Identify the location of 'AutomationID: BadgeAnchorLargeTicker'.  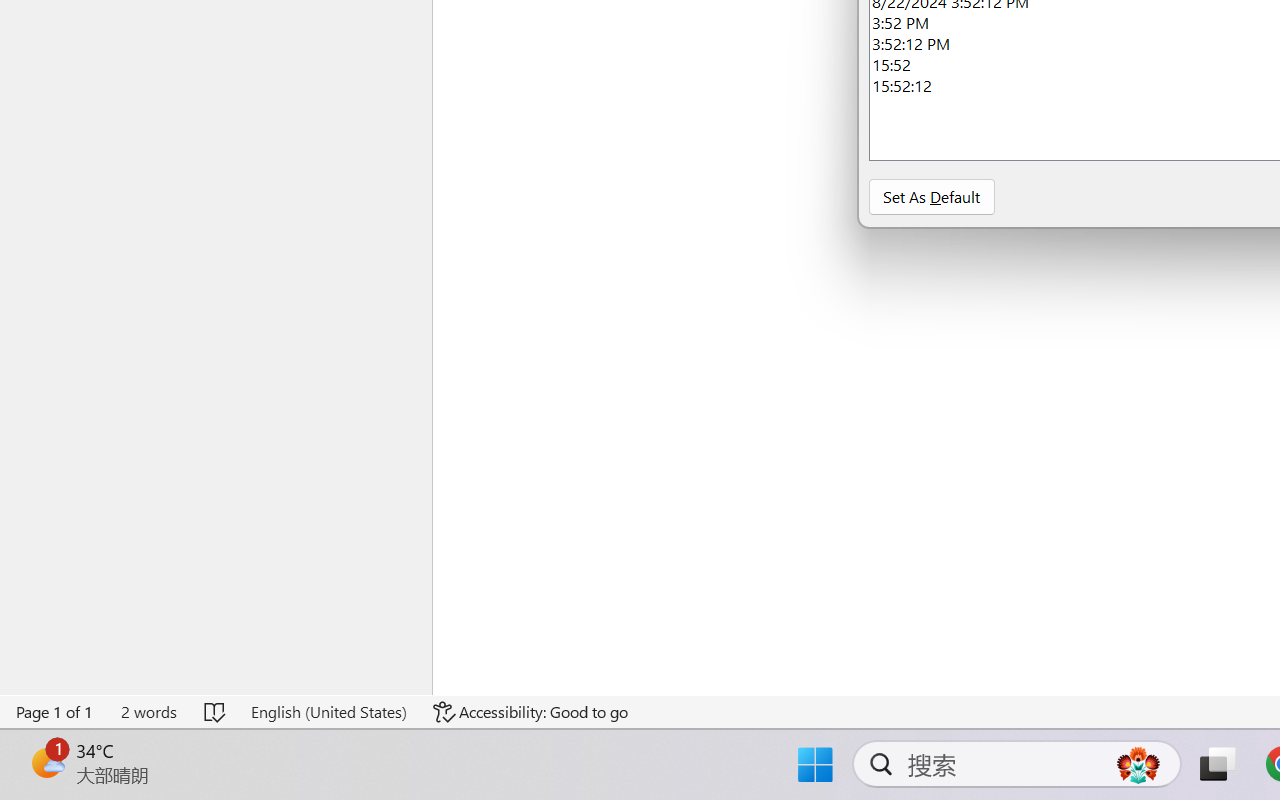
(46, 762).